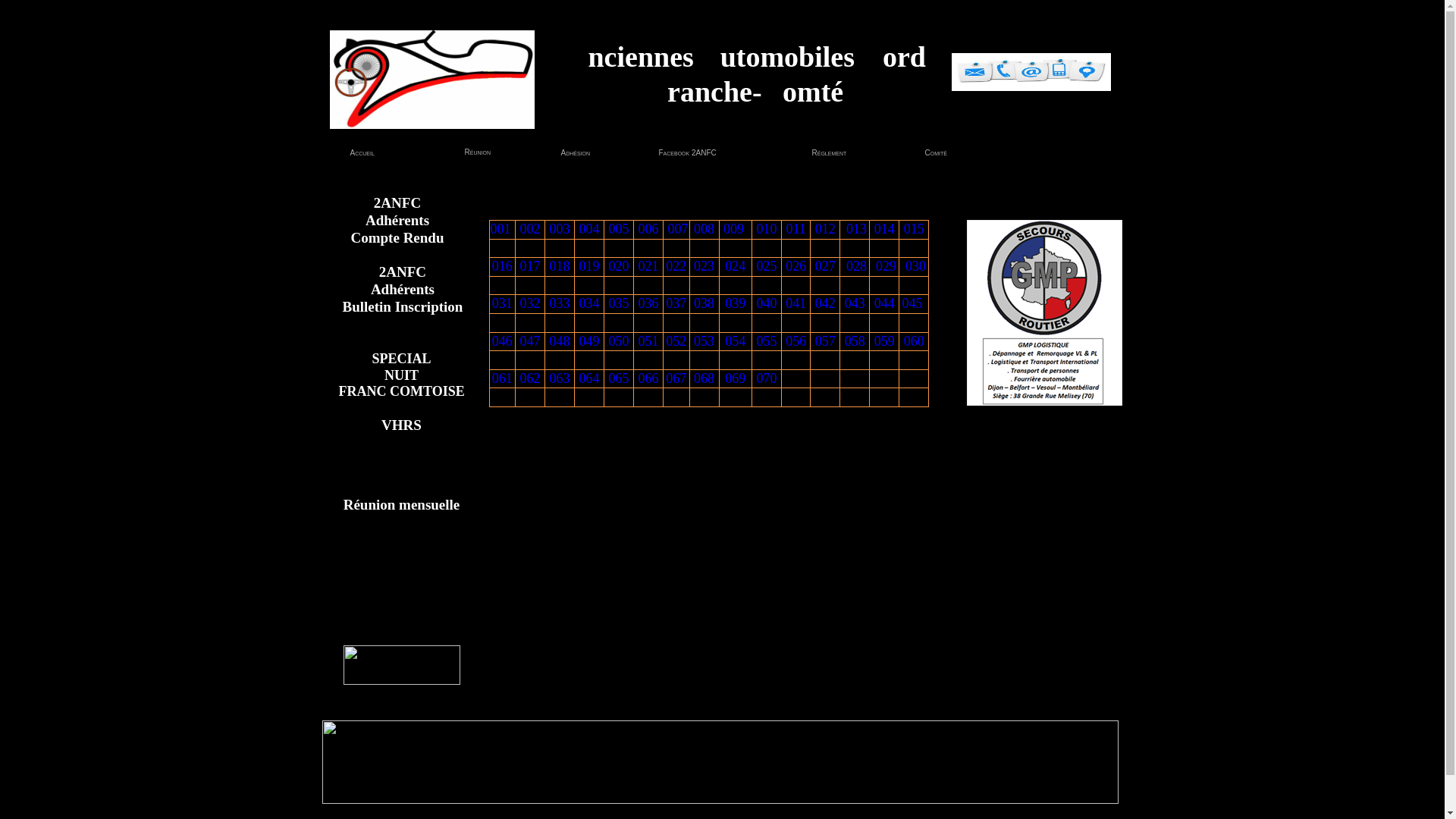 This screenshot has height=819, width=1456. I want to click on 'Facebook 2ANFC    ', so click(658, 152).